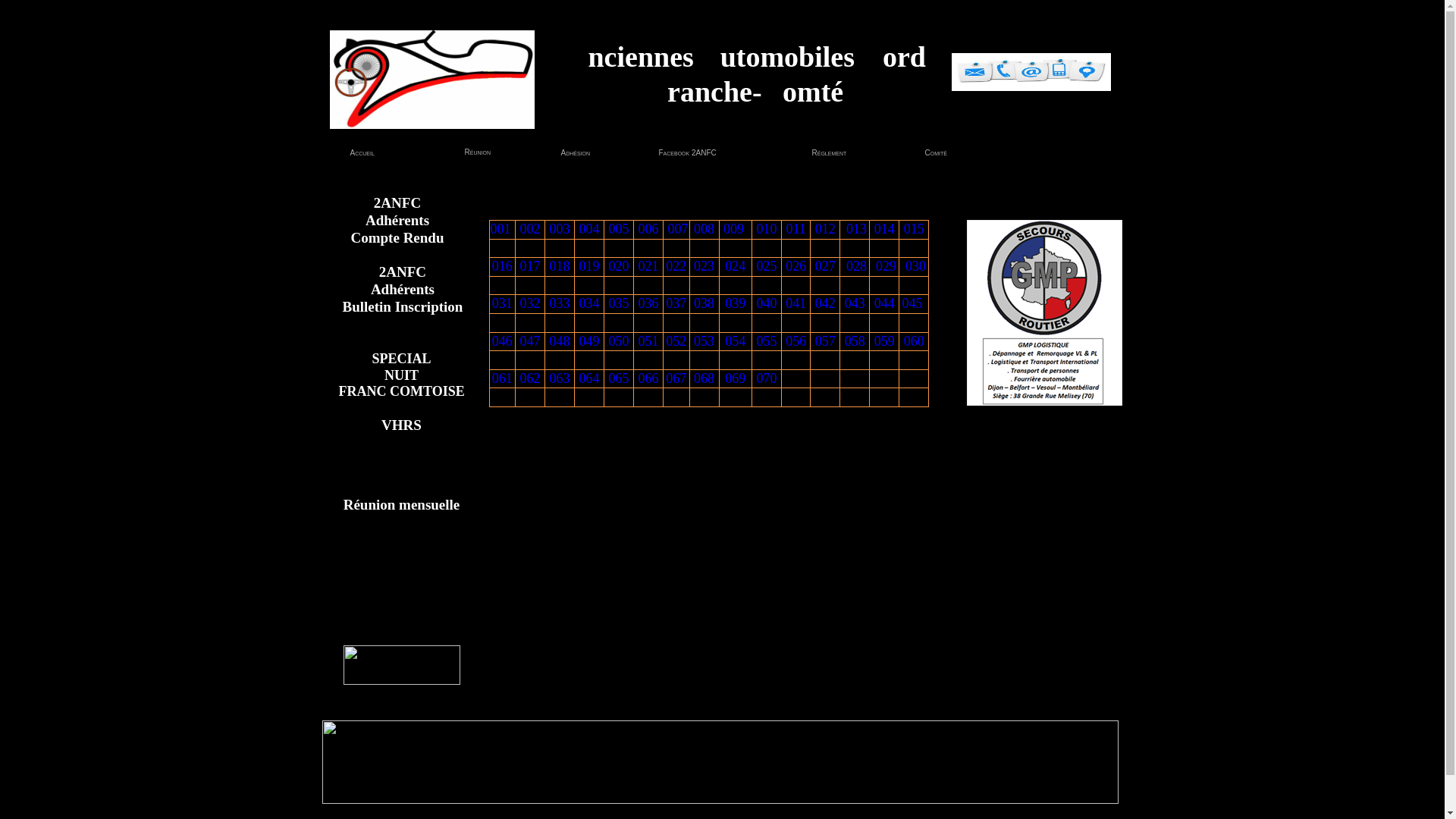 This screenshot has height=819, width=1456. I want to click on 'Facebook 2ANFC    ', so click(658, 152).